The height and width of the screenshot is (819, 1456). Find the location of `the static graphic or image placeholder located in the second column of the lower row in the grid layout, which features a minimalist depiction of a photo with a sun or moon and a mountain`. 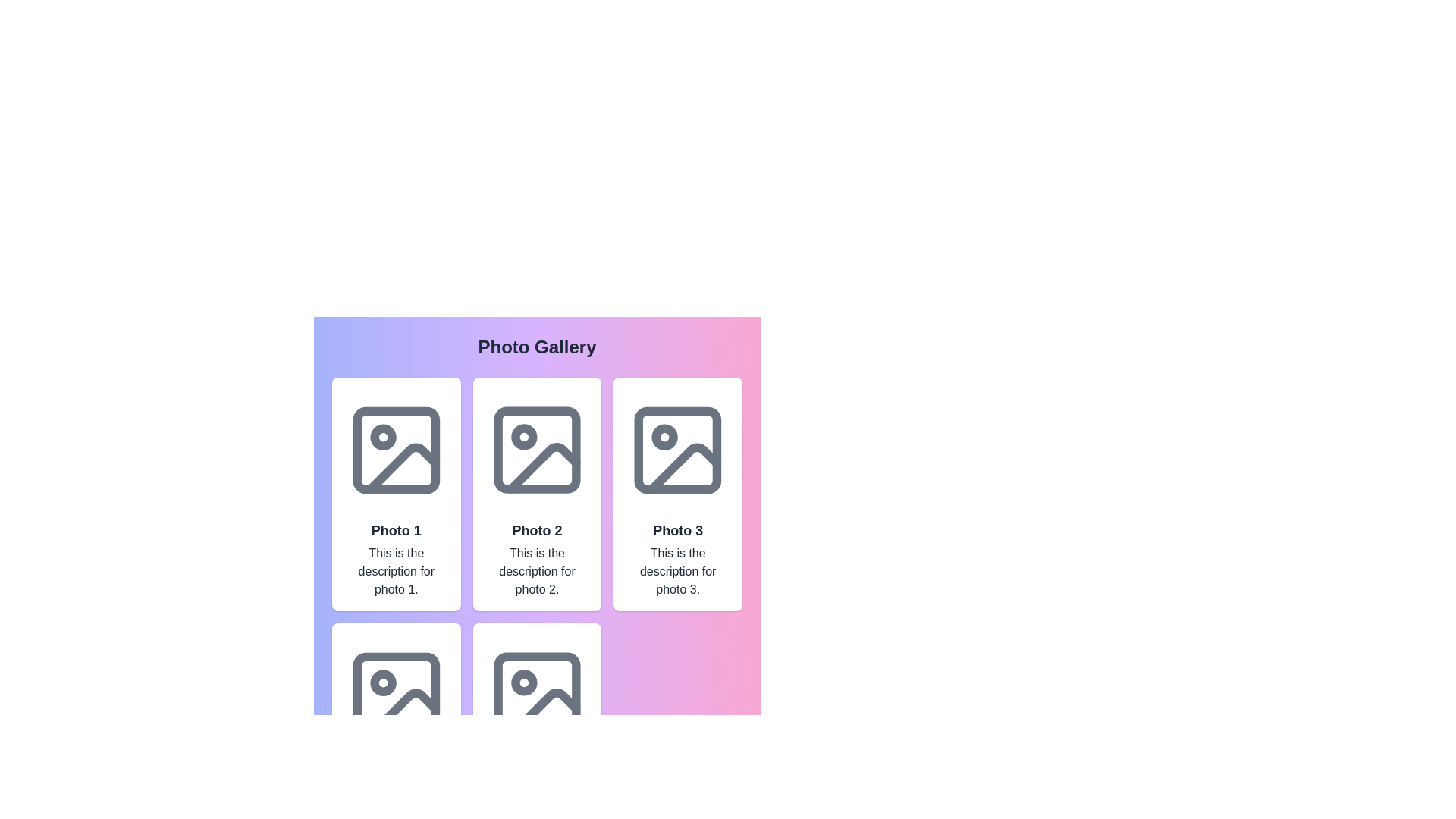

the static graphic or image placeholder located in the second column of the lower row in the grid layout, which features a minimalist depiction of a photo with a sun or moon and a mountain is located at coordinates (537, 696).